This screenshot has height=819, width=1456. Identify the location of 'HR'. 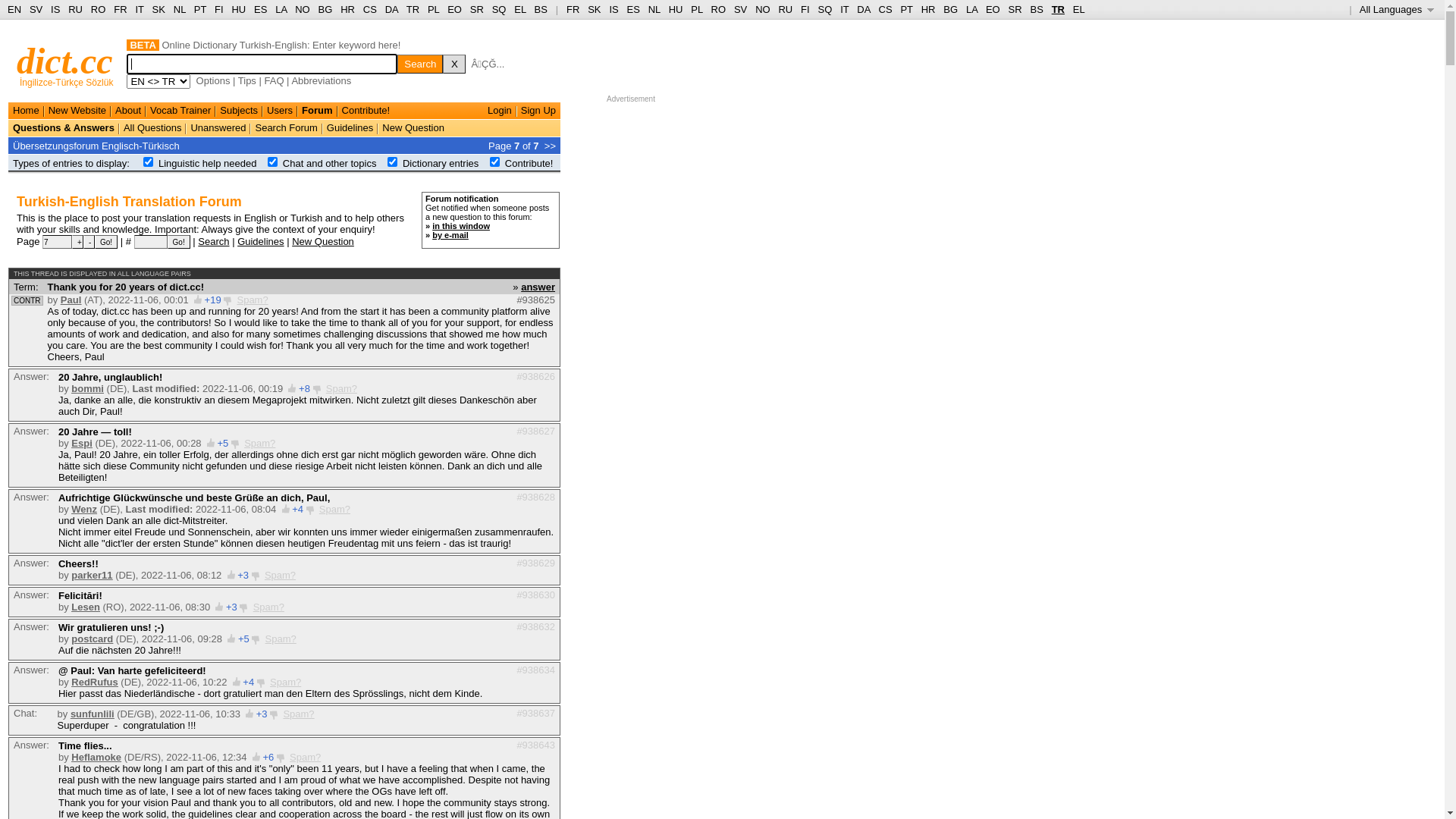
(920, 9).